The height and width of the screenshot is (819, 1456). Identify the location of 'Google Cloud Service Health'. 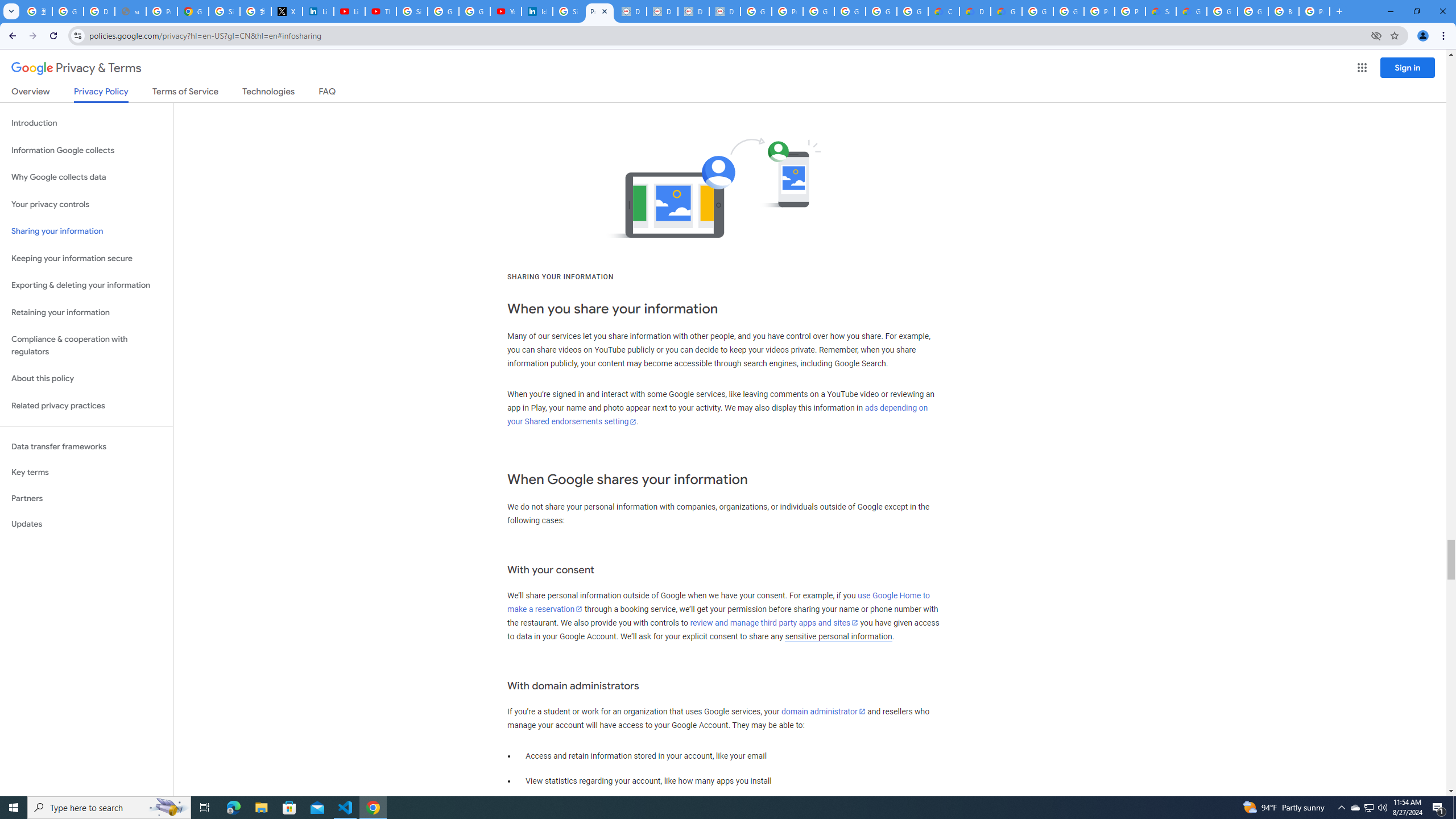
(1191, 11).